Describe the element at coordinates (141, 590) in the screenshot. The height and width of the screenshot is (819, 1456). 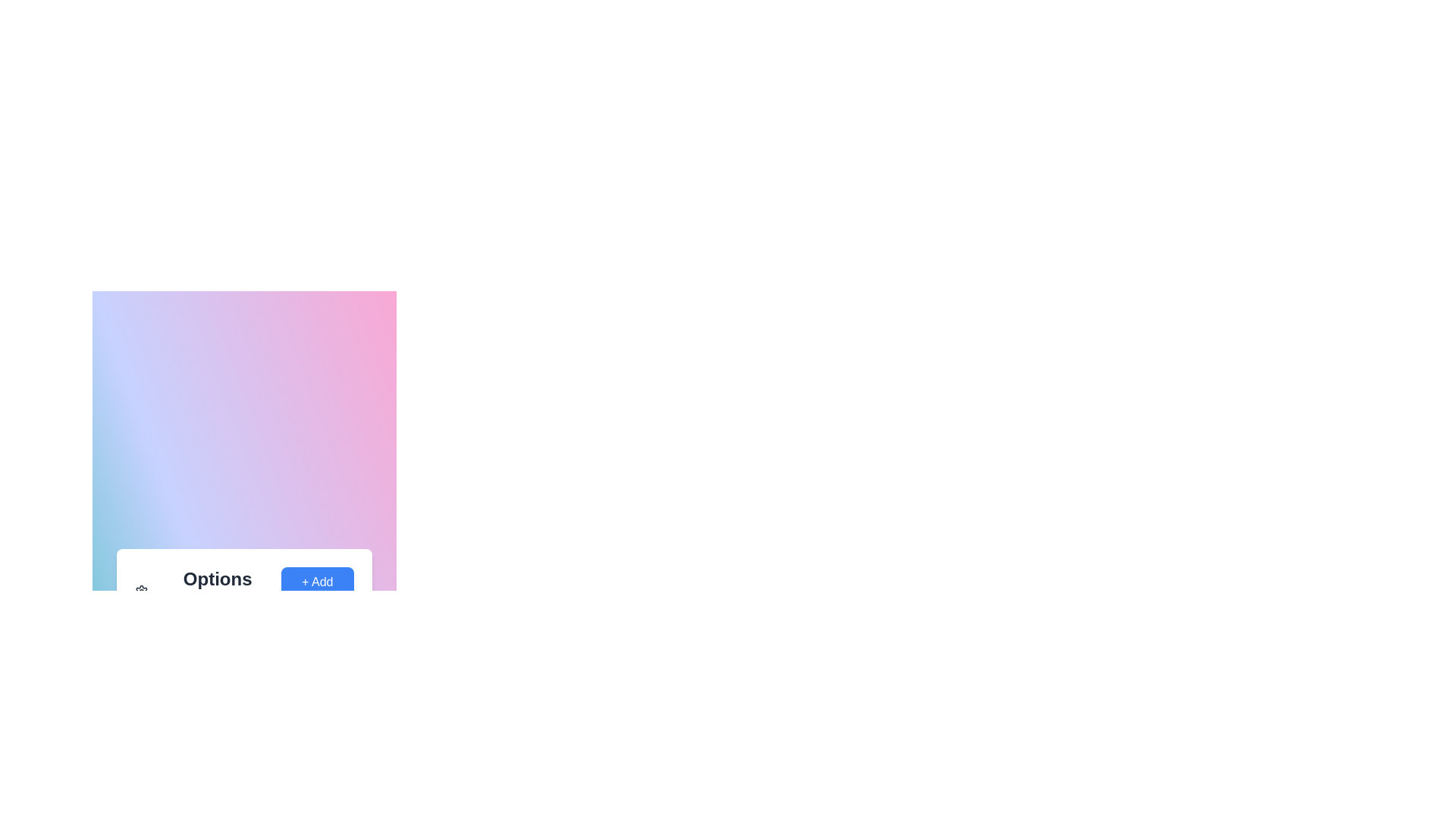
I see `the Settings icon, which is a gear-shaped icon located to the left of the text 'Options Management'` at that location.